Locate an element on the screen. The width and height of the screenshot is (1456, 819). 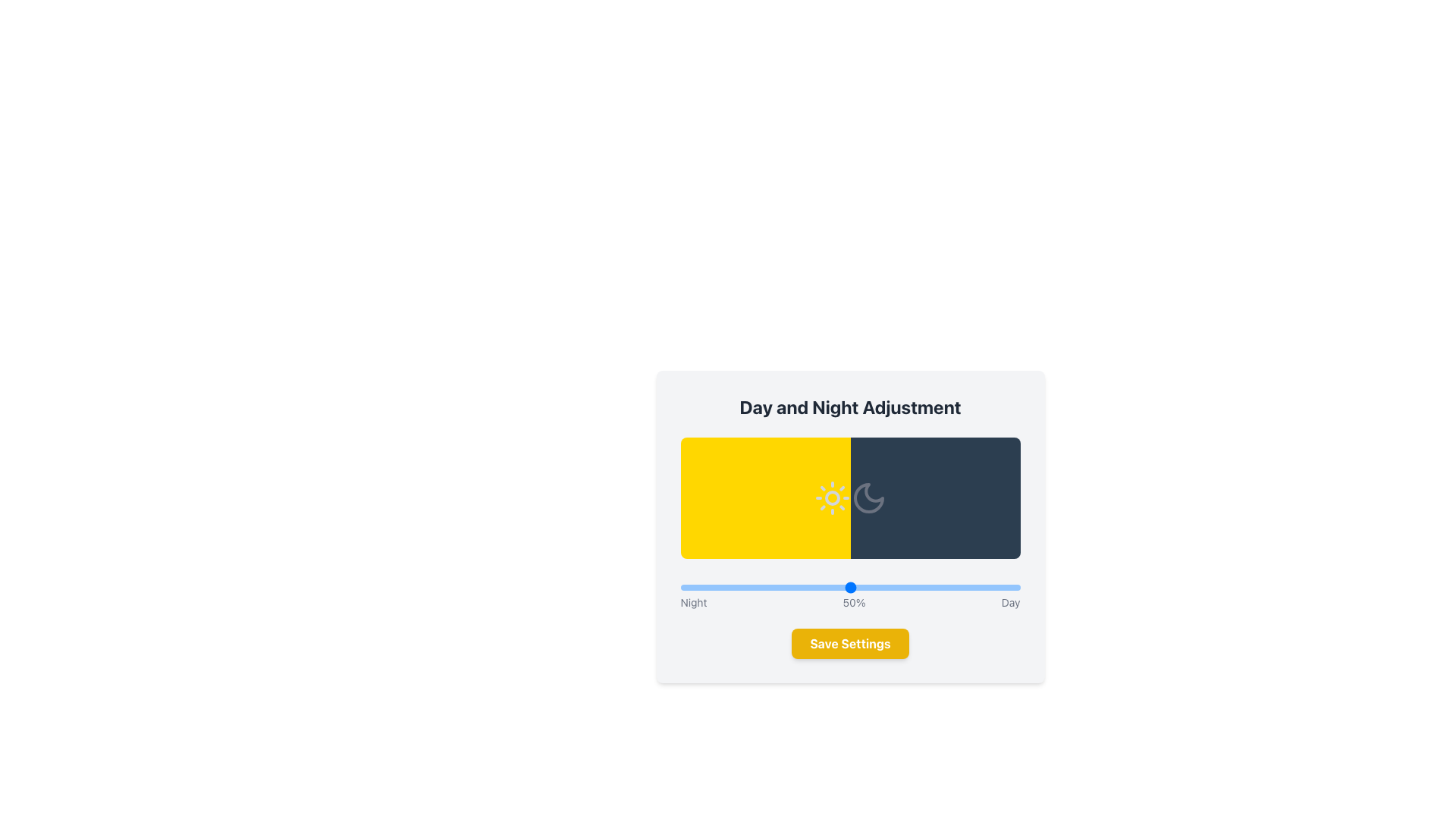
the Decorative Panel with a gradient background split into yellow and dark blue halves, located within the 'Day and Night Adjustment' section, featuring a sun icon on the yellow side and a crescent moon on the blue side is located at coordinates (850, 526).